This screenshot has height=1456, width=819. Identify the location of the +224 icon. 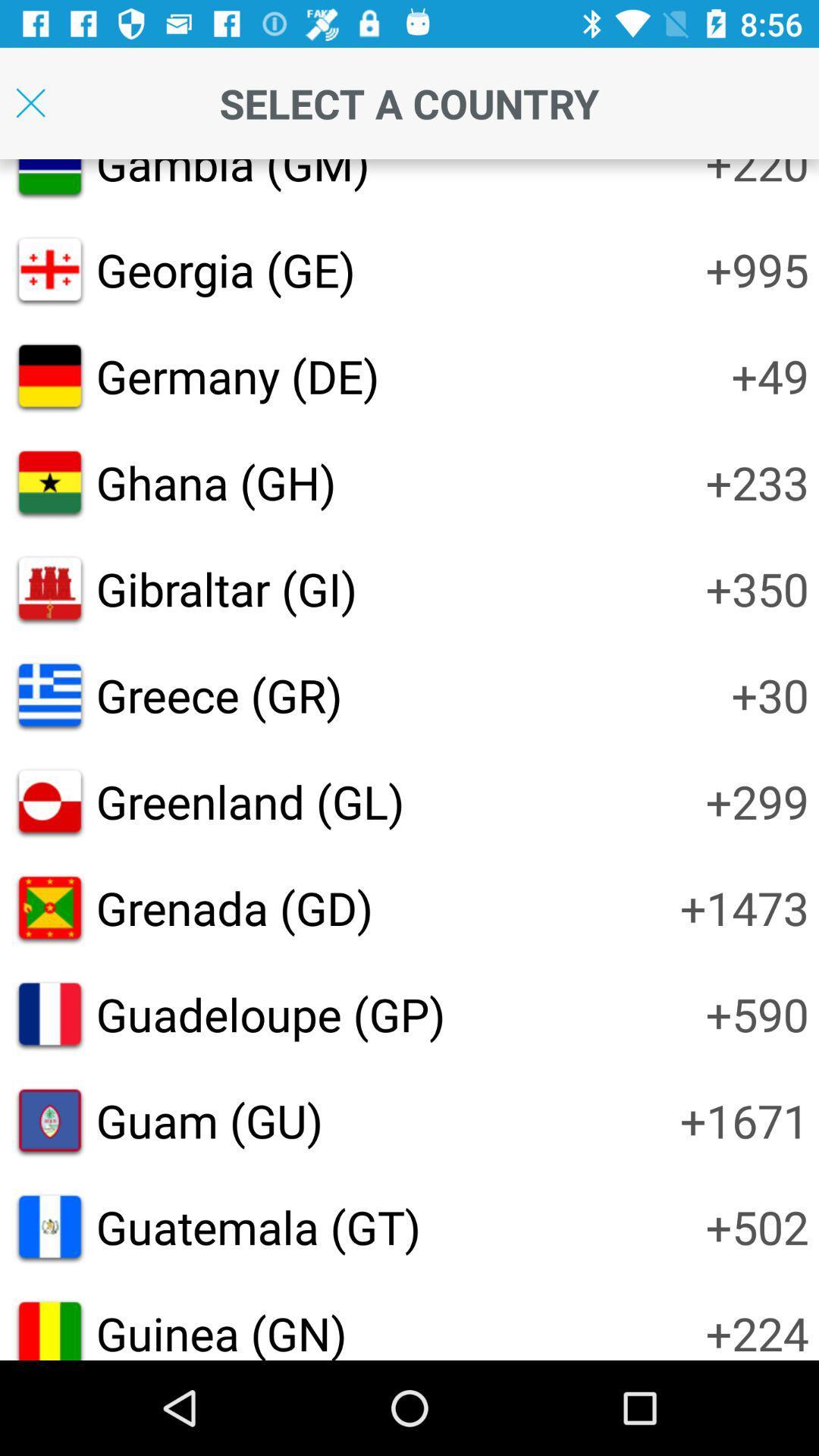
(757, 1330).